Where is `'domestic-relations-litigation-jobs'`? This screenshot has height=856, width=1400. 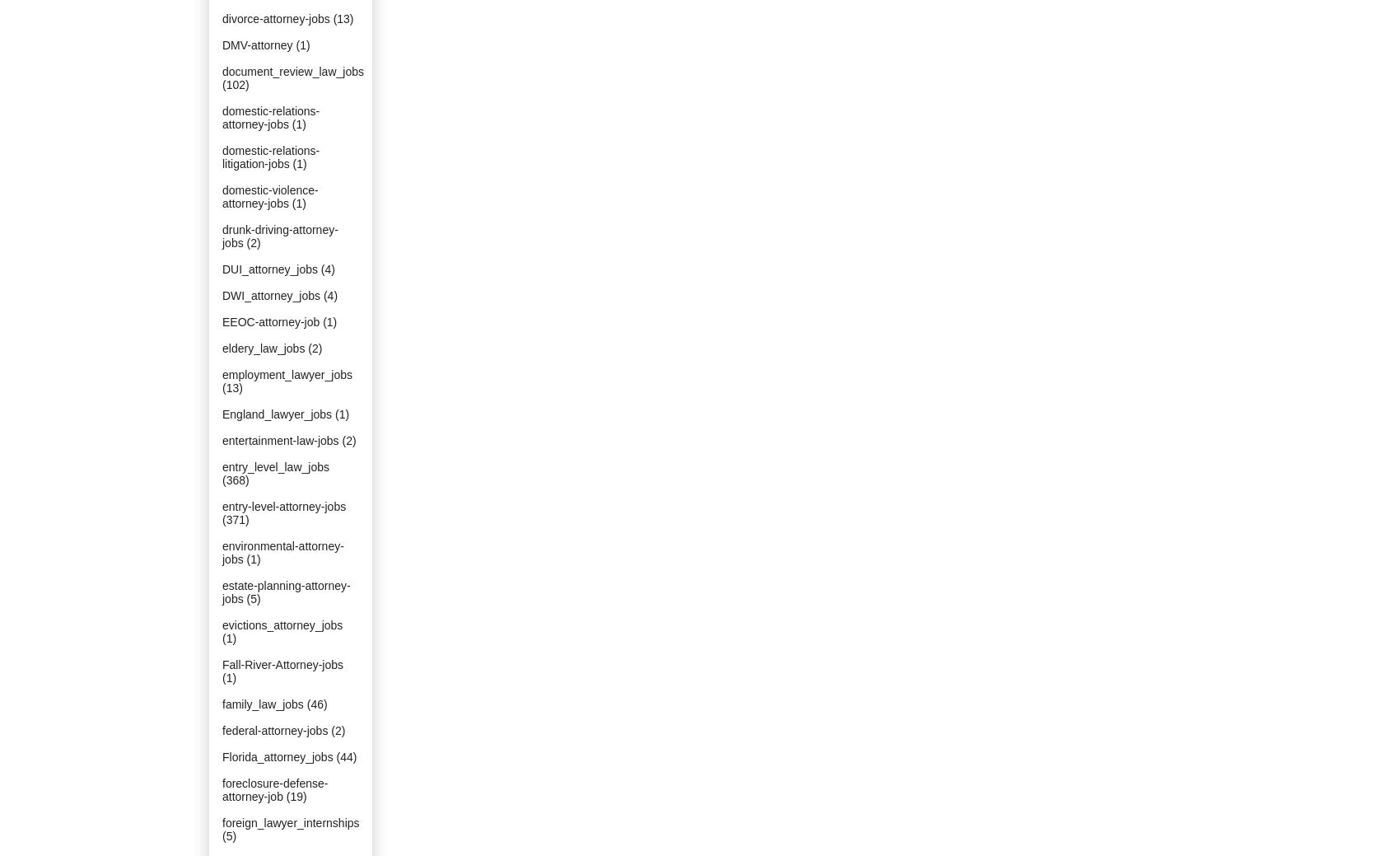
'domestic-relations-litigation-jobs' is located at coordinates (269, 157).